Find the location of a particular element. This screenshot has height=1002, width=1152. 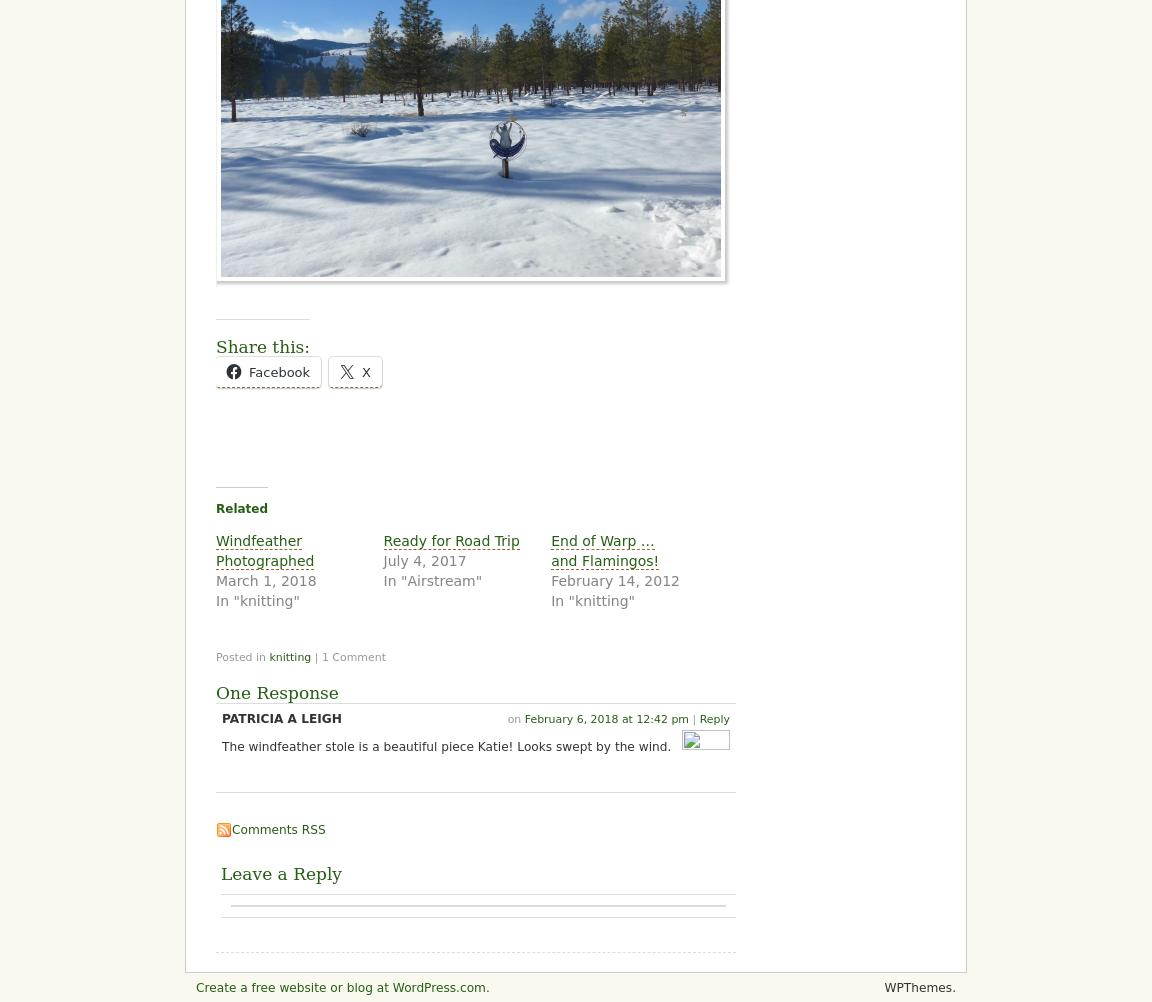

'Create a free website or blog at WordPress.com.' is located at coordinates (195, 986).